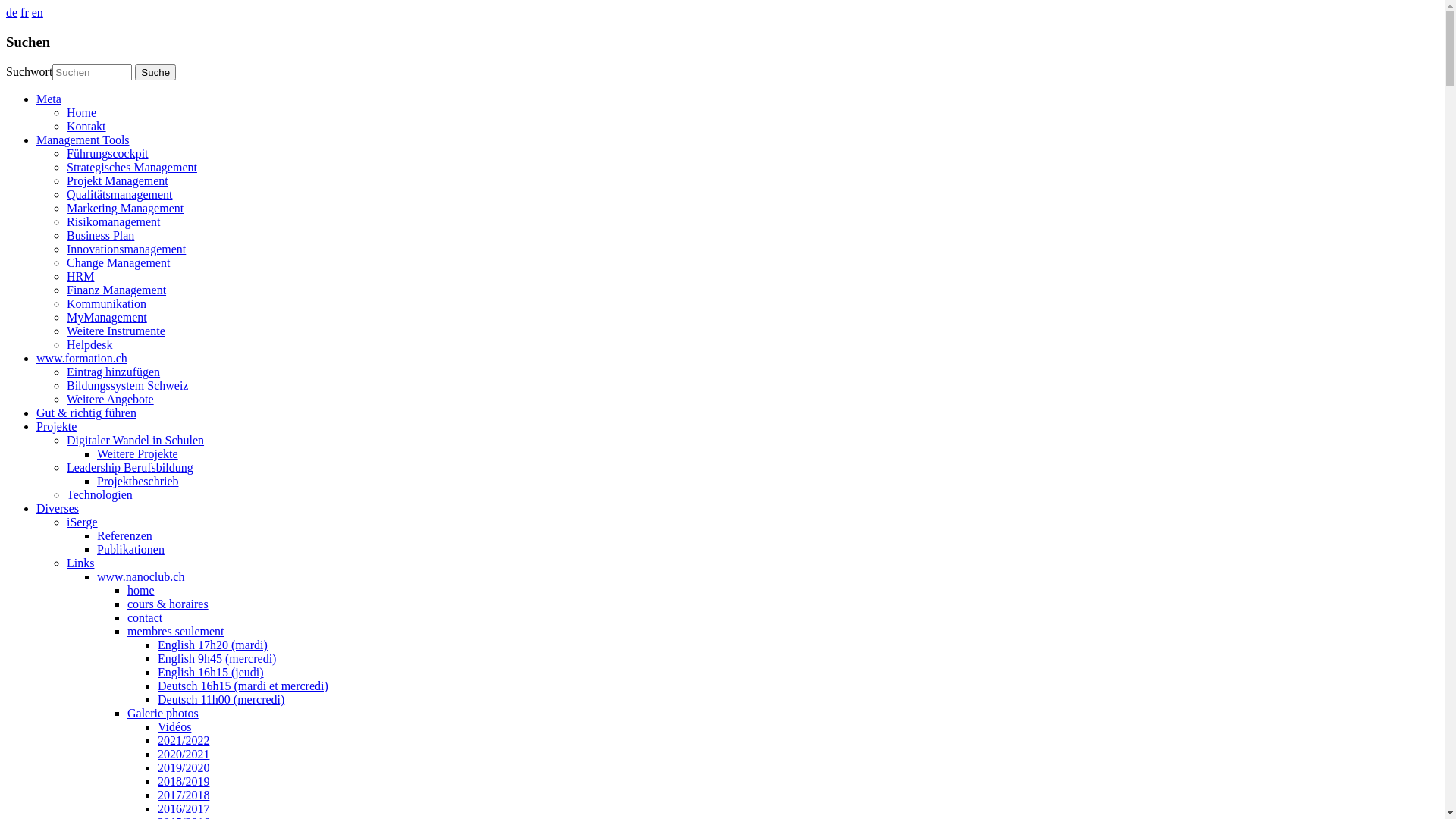 The width and height of the screenshot is (1456, 819). I want to click on 'Technologien', so click(99, 494).